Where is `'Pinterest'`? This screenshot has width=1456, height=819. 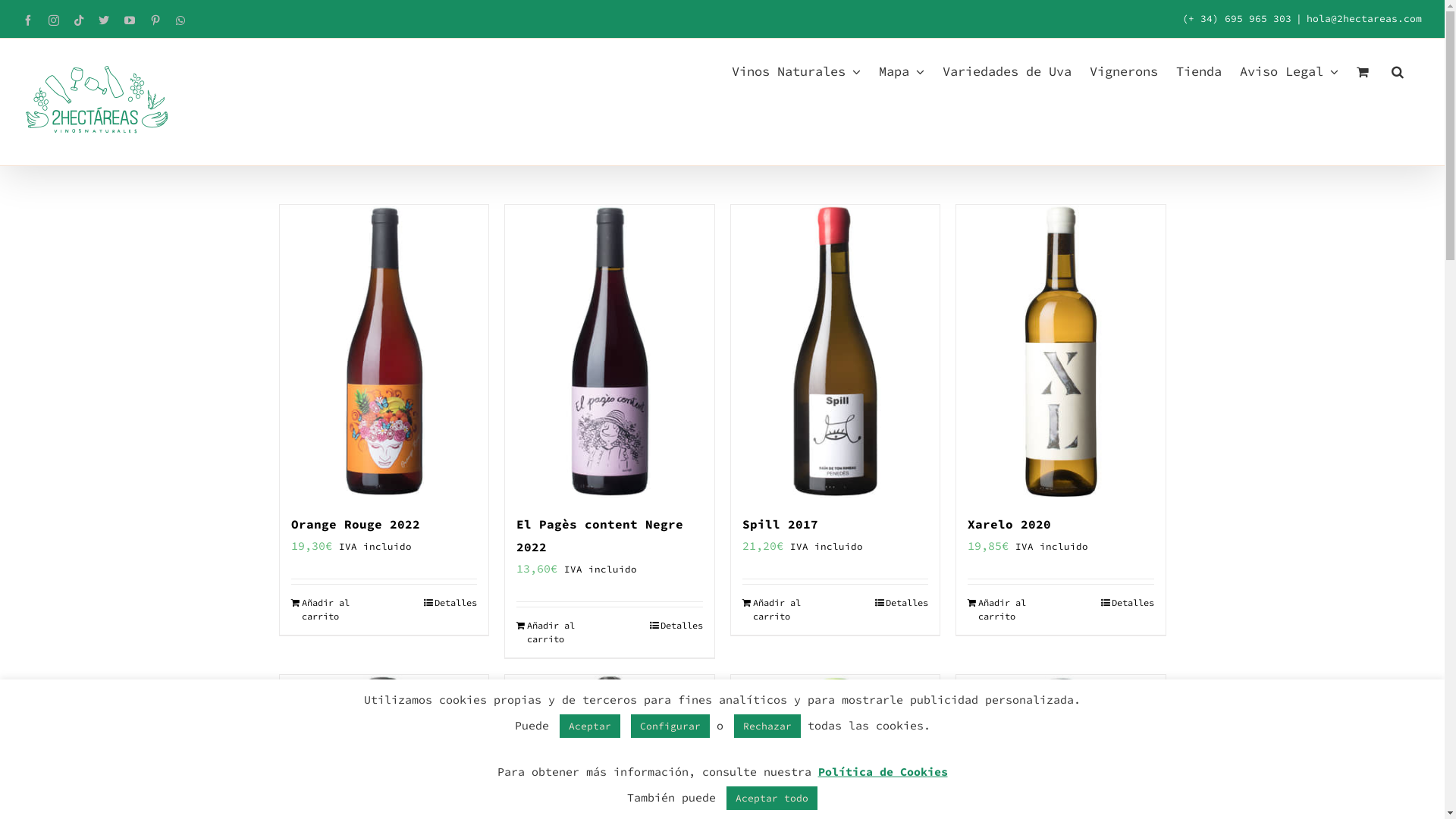 'Pinterest' is located at coordinates (155, 20).